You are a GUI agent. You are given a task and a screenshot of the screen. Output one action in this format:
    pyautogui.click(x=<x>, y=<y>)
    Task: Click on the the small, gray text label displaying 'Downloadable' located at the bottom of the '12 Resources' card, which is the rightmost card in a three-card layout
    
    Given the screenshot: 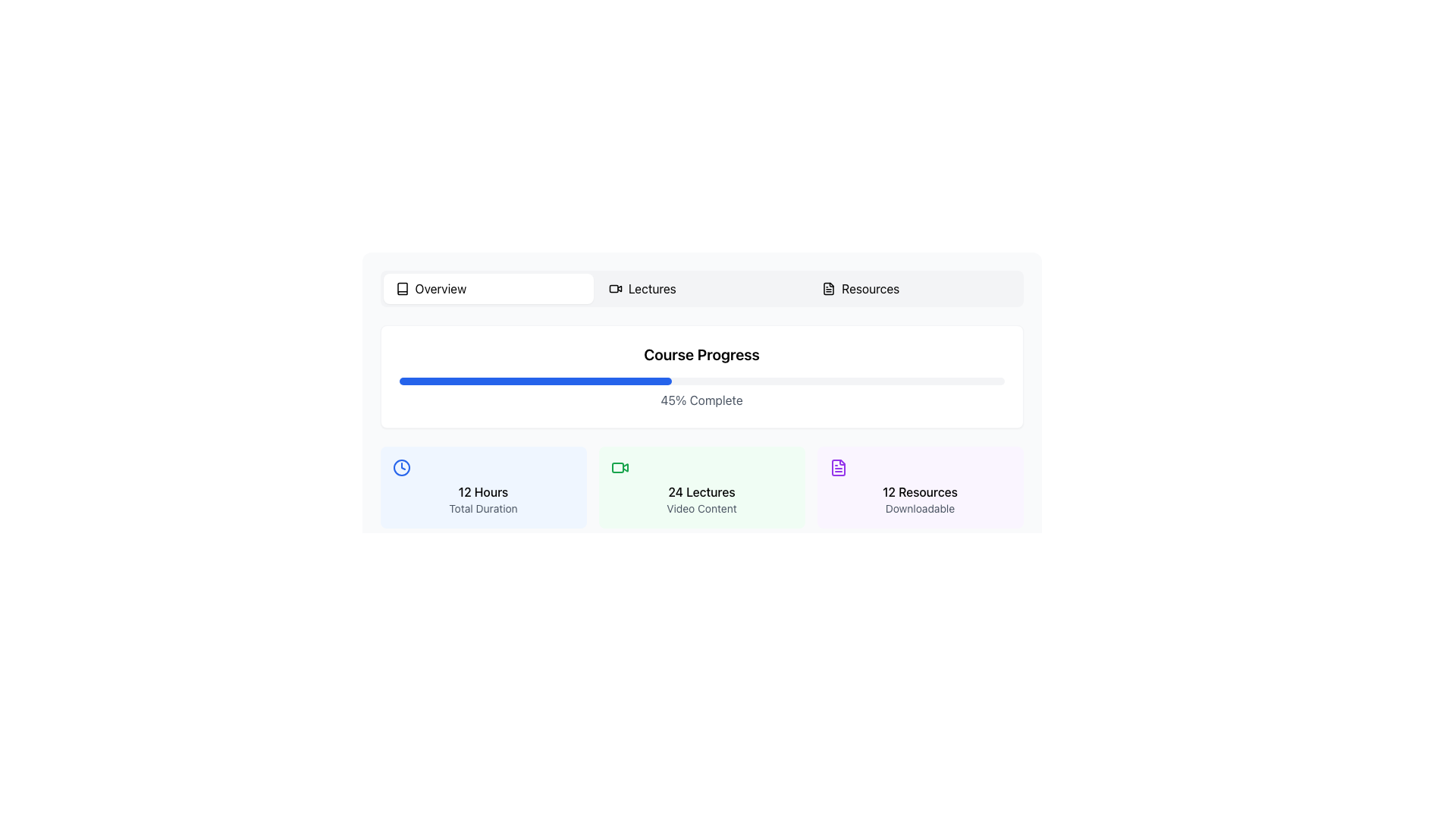 What is the action you would take?
    pyautogui.click(x=919, y=509)
    